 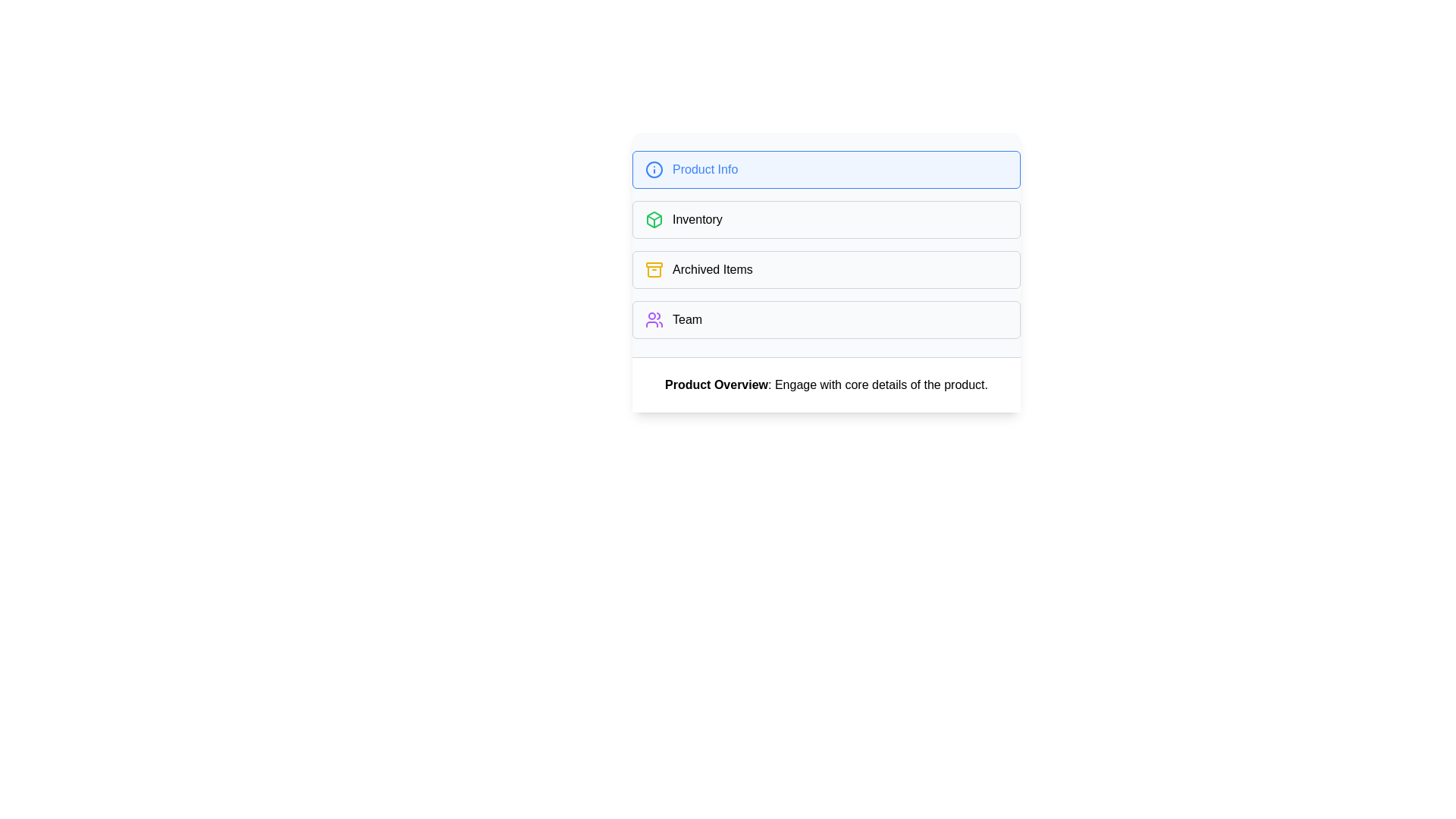 What do you see at coordinates (825, 268) in the screenshot?
I see `the tab titled Archived Items by clicking on its title` at bounding box center [825, 268].